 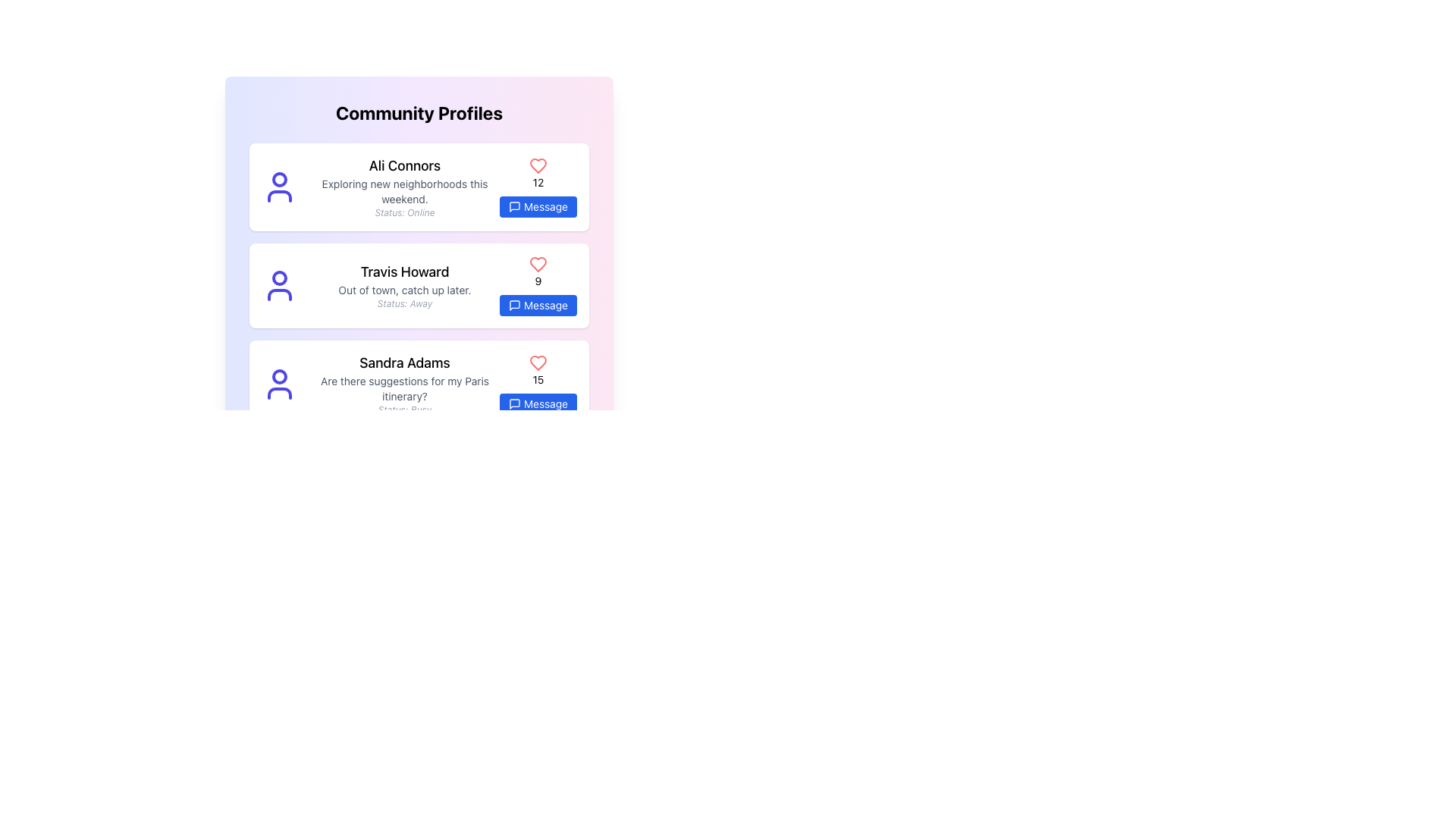 I want to click on message 'Out of town, catch up later.' displayed in a small gray font under the name 'Travis Howard', so click(x=404, y=290).